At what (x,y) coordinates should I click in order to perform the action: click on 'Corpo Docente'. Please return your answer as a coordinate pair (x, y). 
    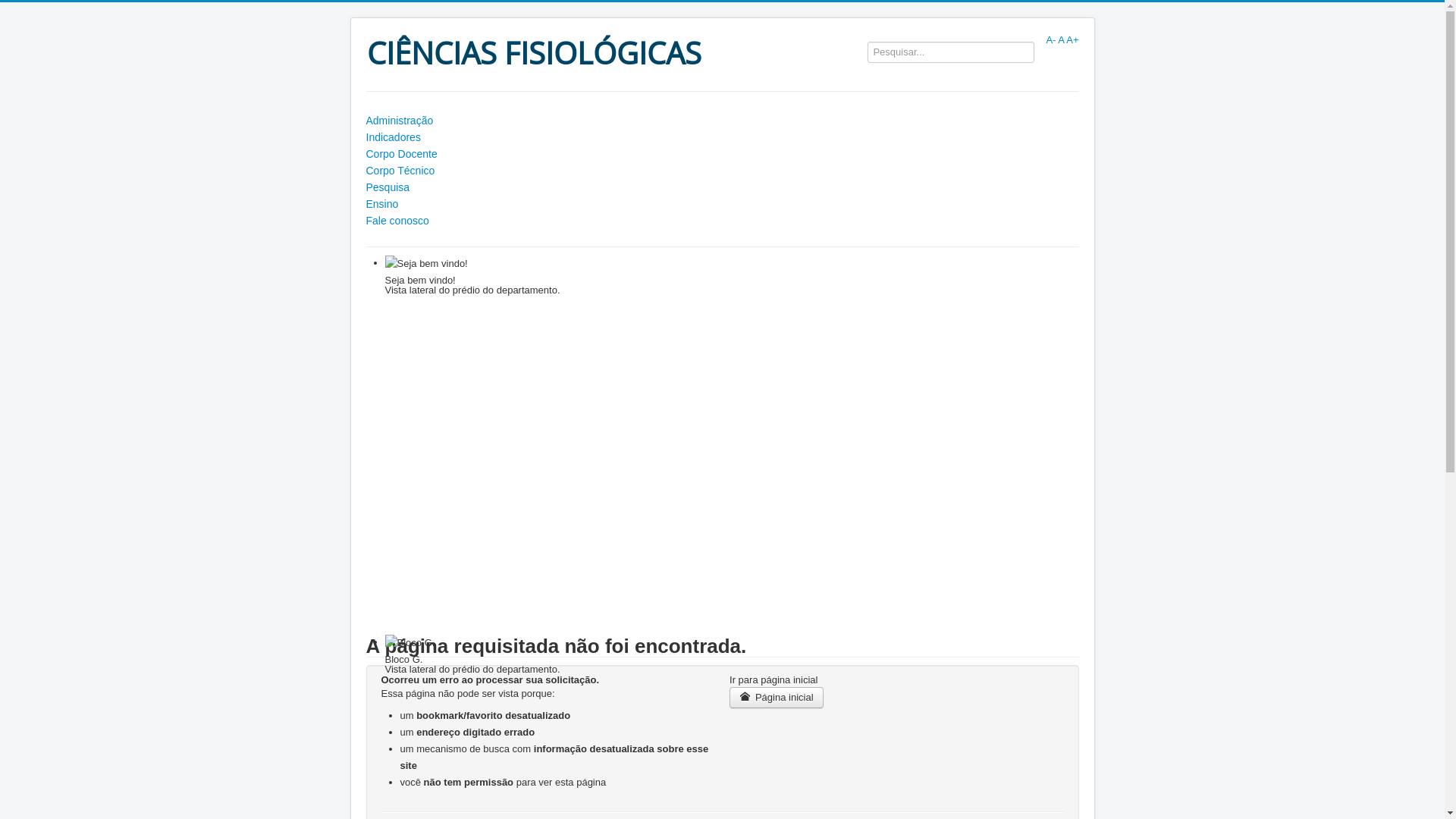
    Looking at the image, I should click on (720, 154).